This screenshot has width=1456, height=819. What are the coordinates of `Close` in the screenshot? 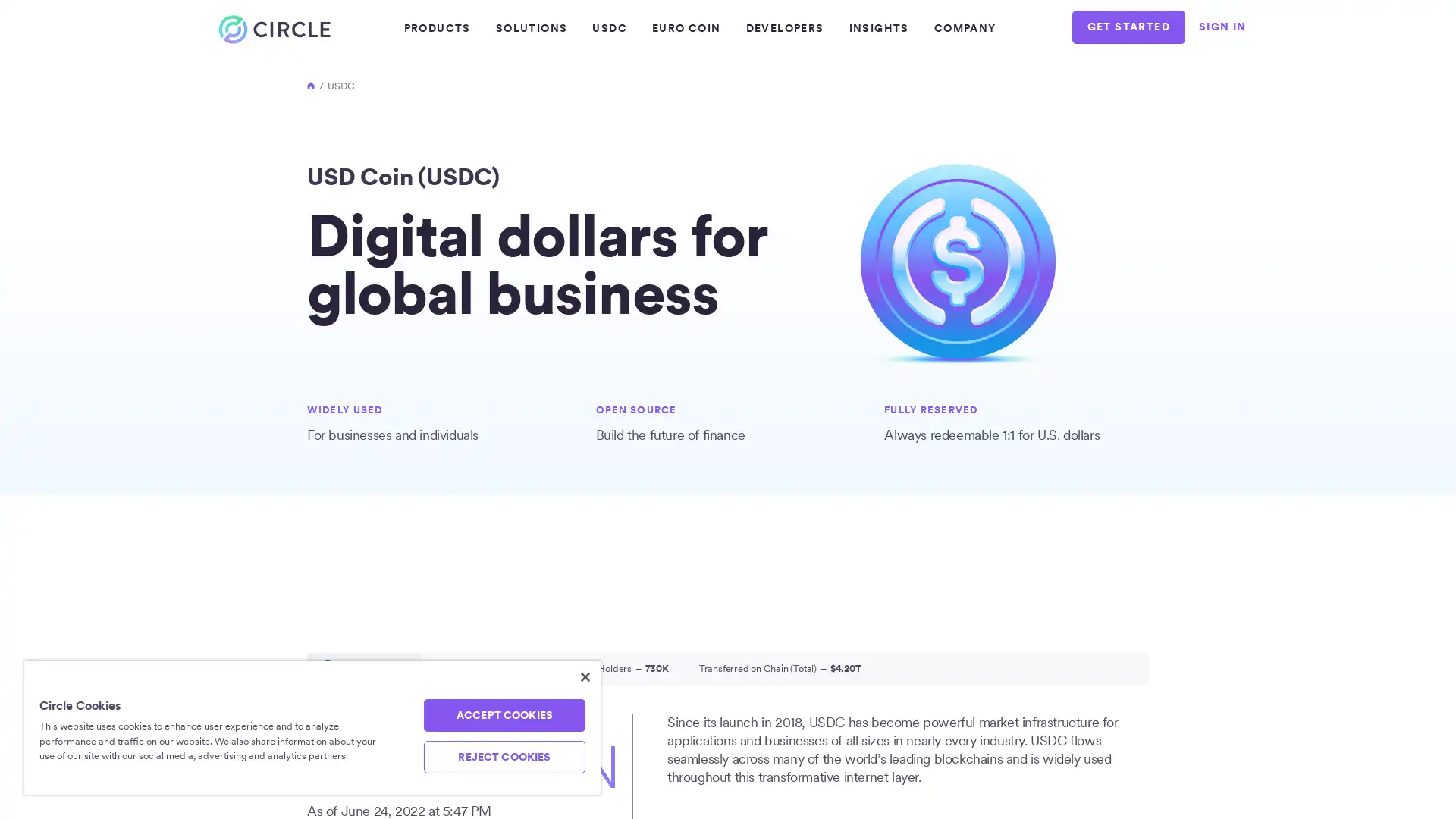 It's located at (585, 676).